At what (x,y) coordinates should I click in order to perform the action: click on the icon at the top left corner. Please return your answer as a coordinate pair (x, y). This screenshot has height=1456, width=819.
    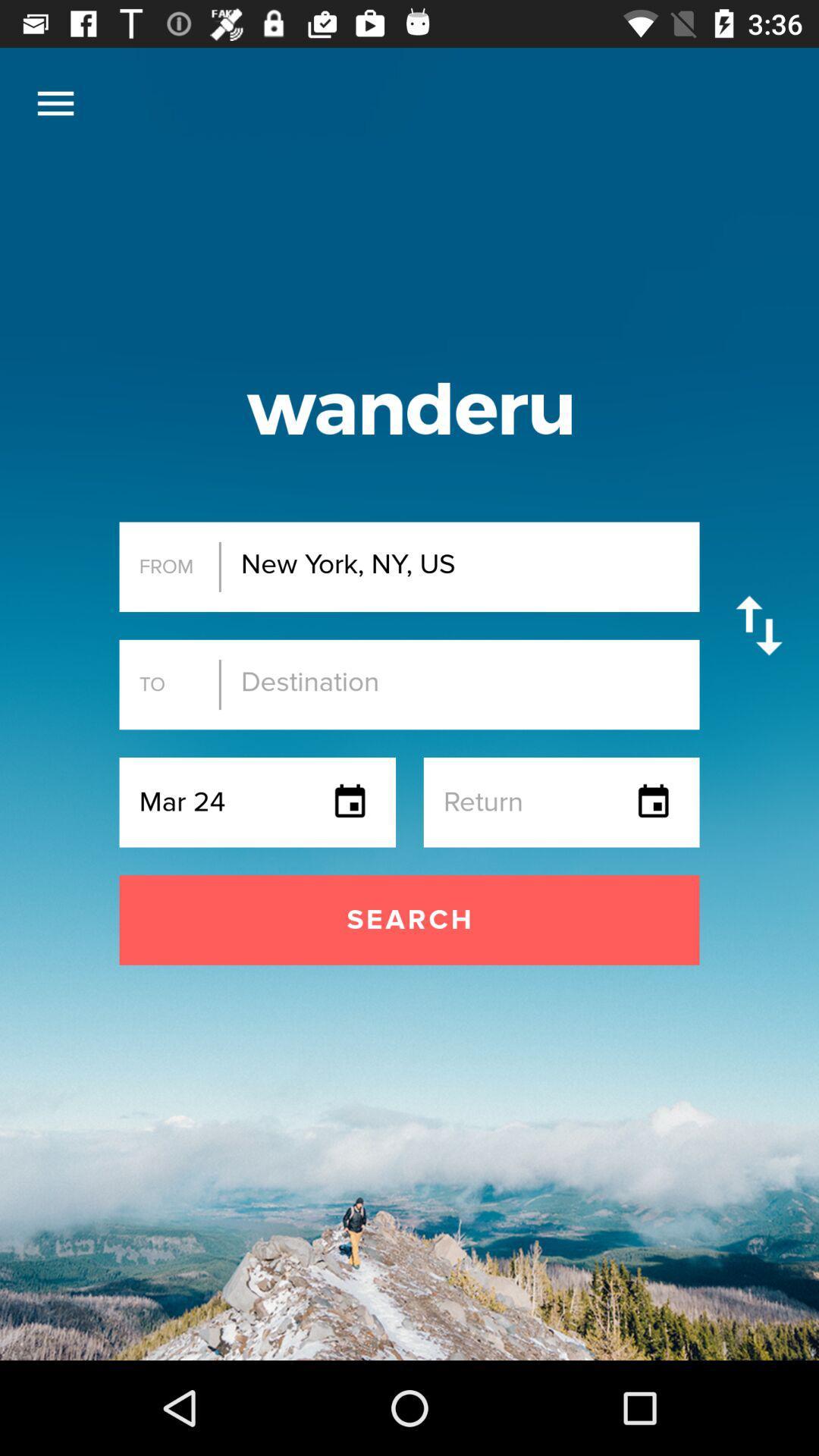
    Looking at the image, I should click on (55, 102).